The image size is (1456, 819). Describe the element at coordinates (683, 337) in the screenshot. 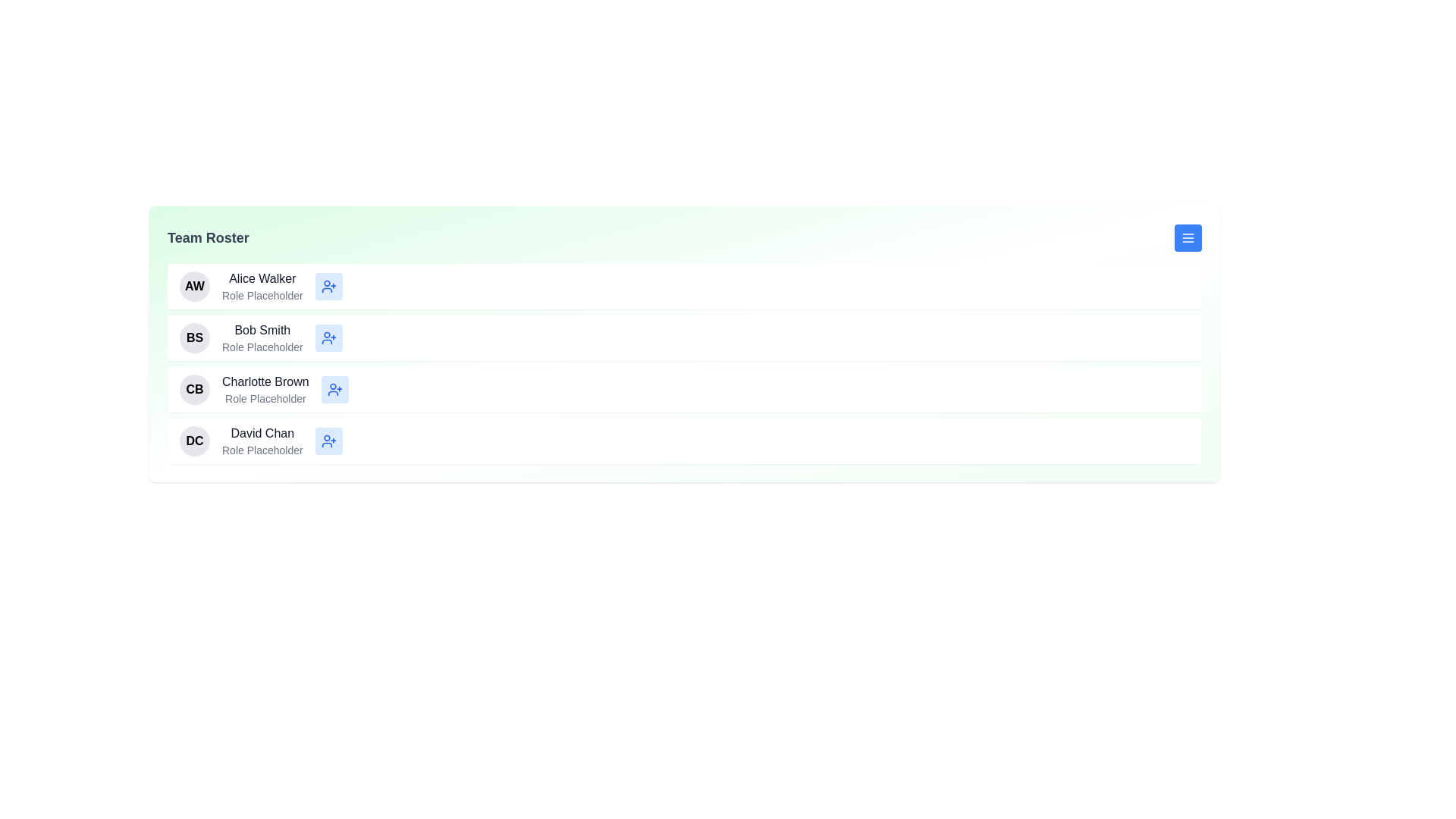

I see `name 'Bob Smith' and the placeholder role details from the horizontal card containing a circular avatar and a blue action button, which is the second card in the list of team members` at that location.